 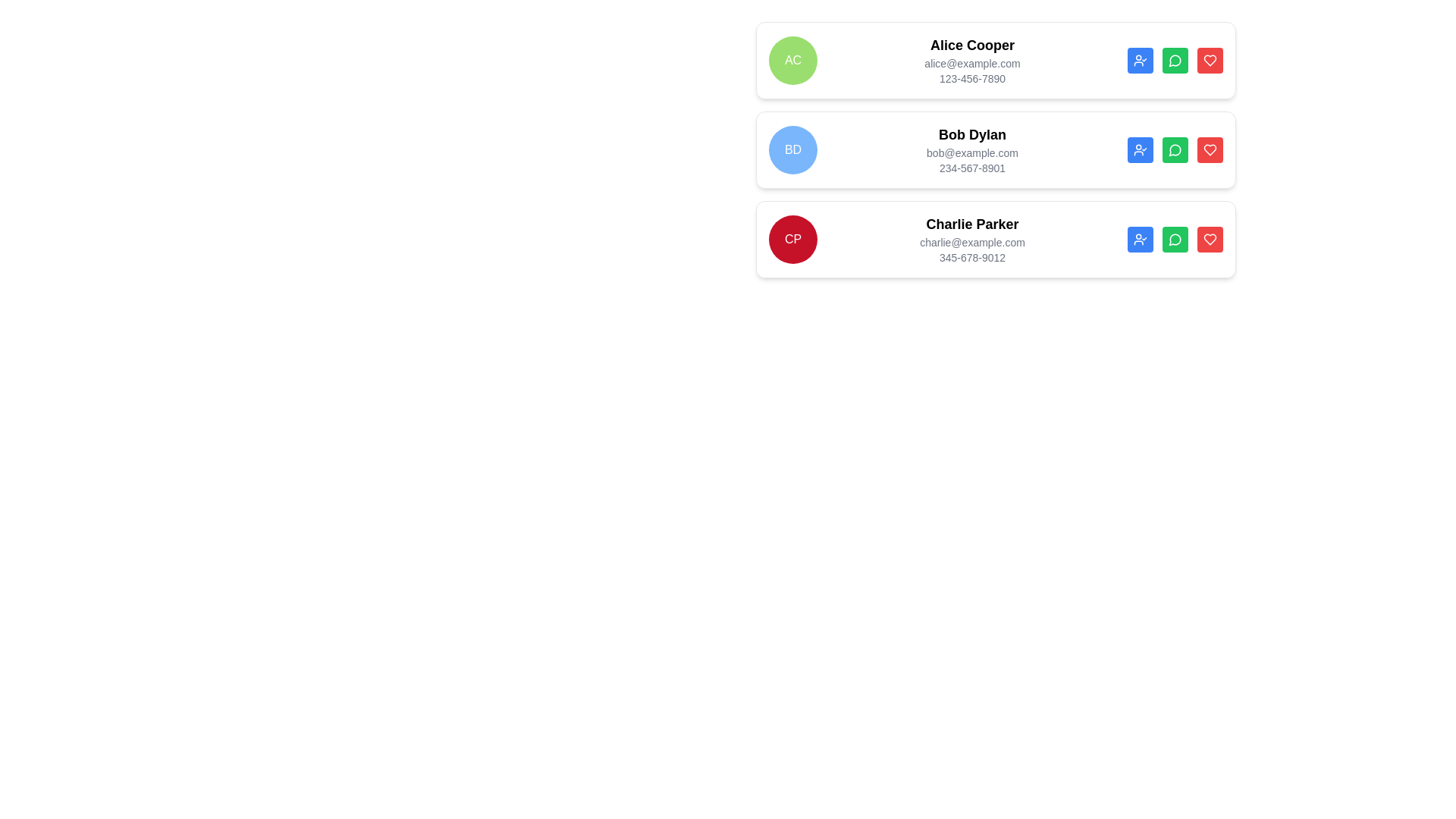 What do you see at coordinates (1210, 149) in the screenshot?
I see `the 'favorite' button located at the far right of the button group for Bob Dylan's entry` at bounding box center [1210, 149].